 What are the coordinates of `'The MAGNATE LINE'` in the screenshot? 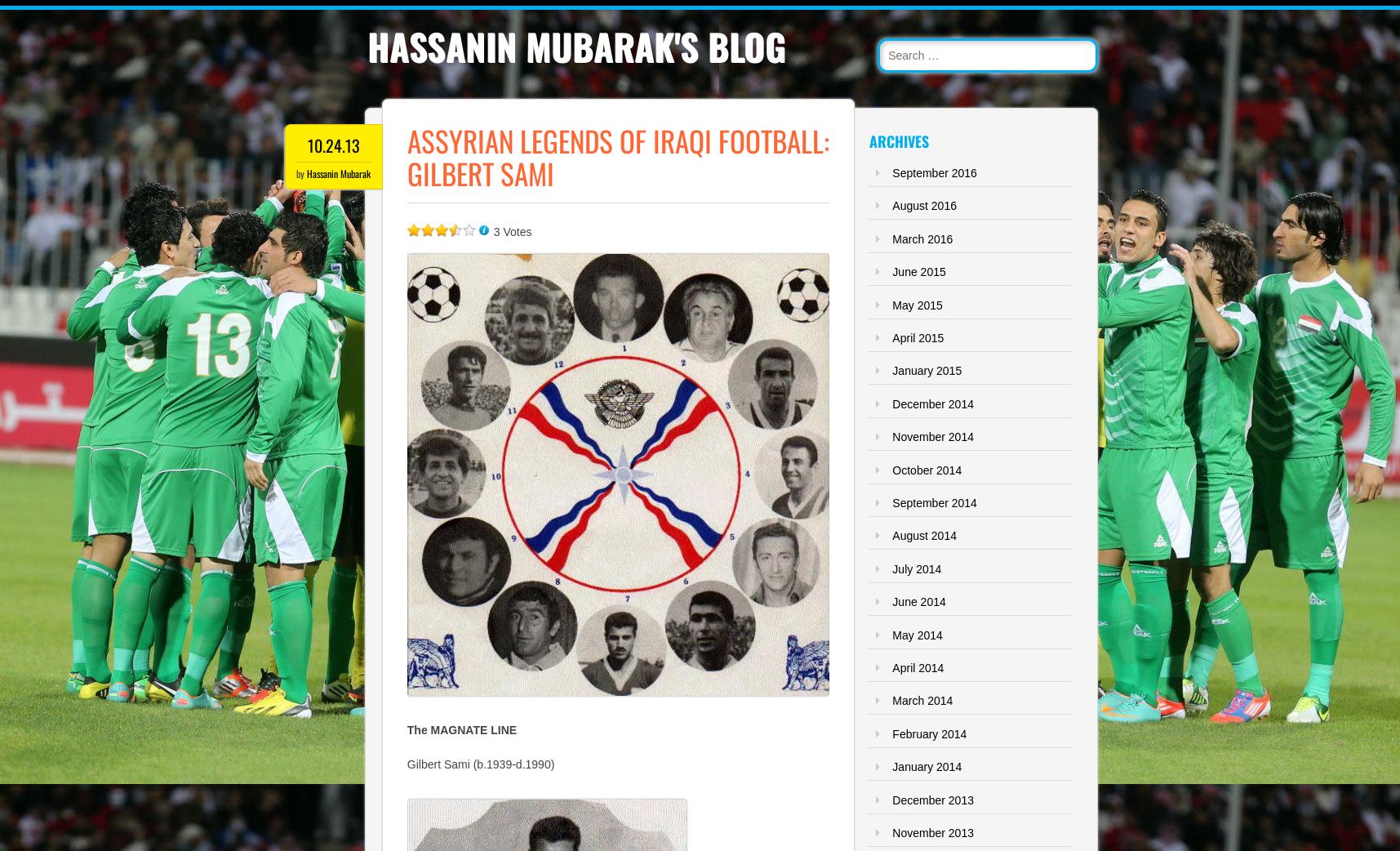 It's located at (460, 729).